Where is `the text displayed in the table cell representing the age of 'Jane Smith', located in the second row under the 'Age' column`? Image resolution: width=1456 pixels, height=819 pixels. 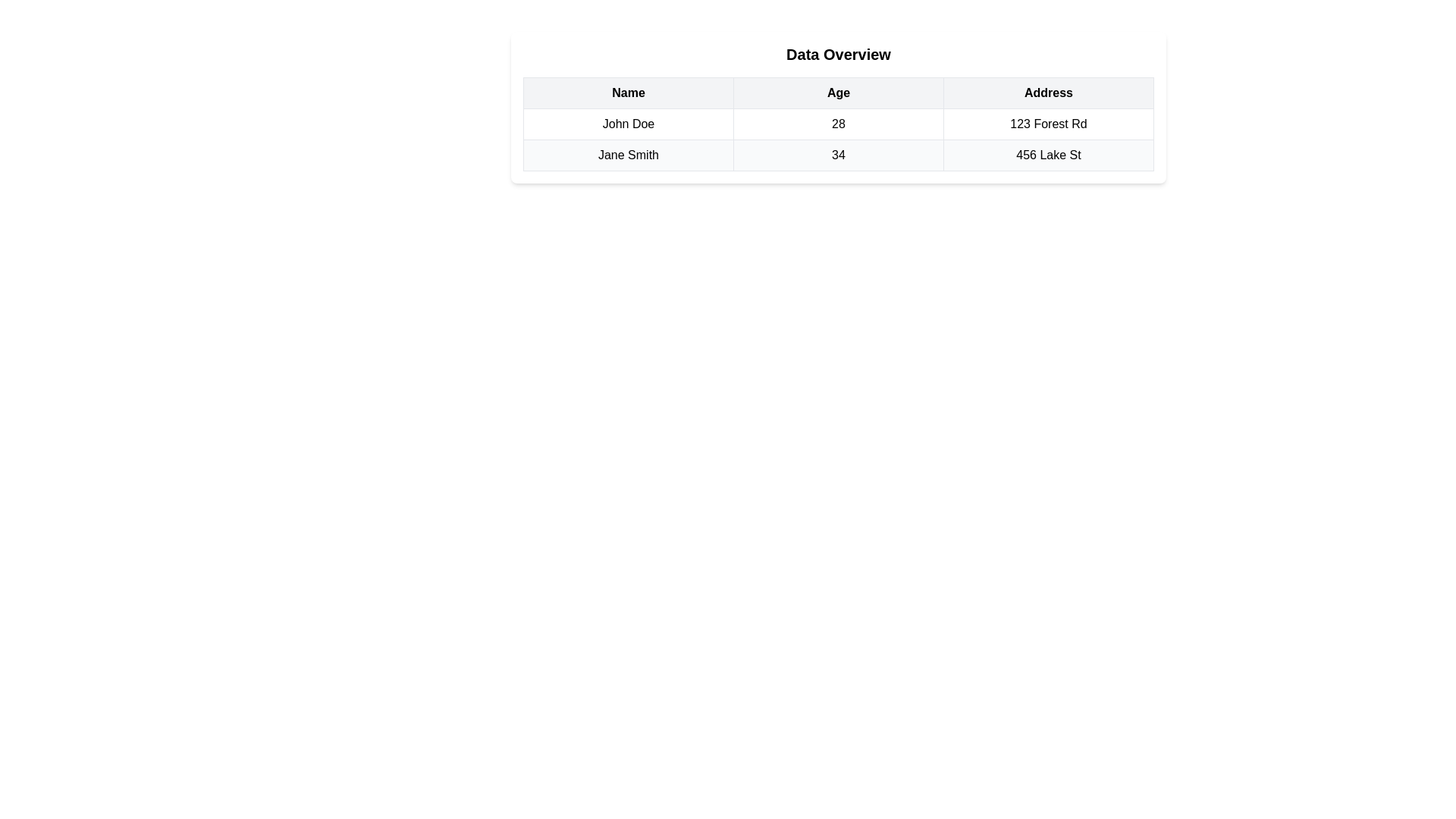 the text displayed in the table cell representing the age of 'Jane Smith', located in the second row under the 'Age' column is located at coordinates (837, 155).